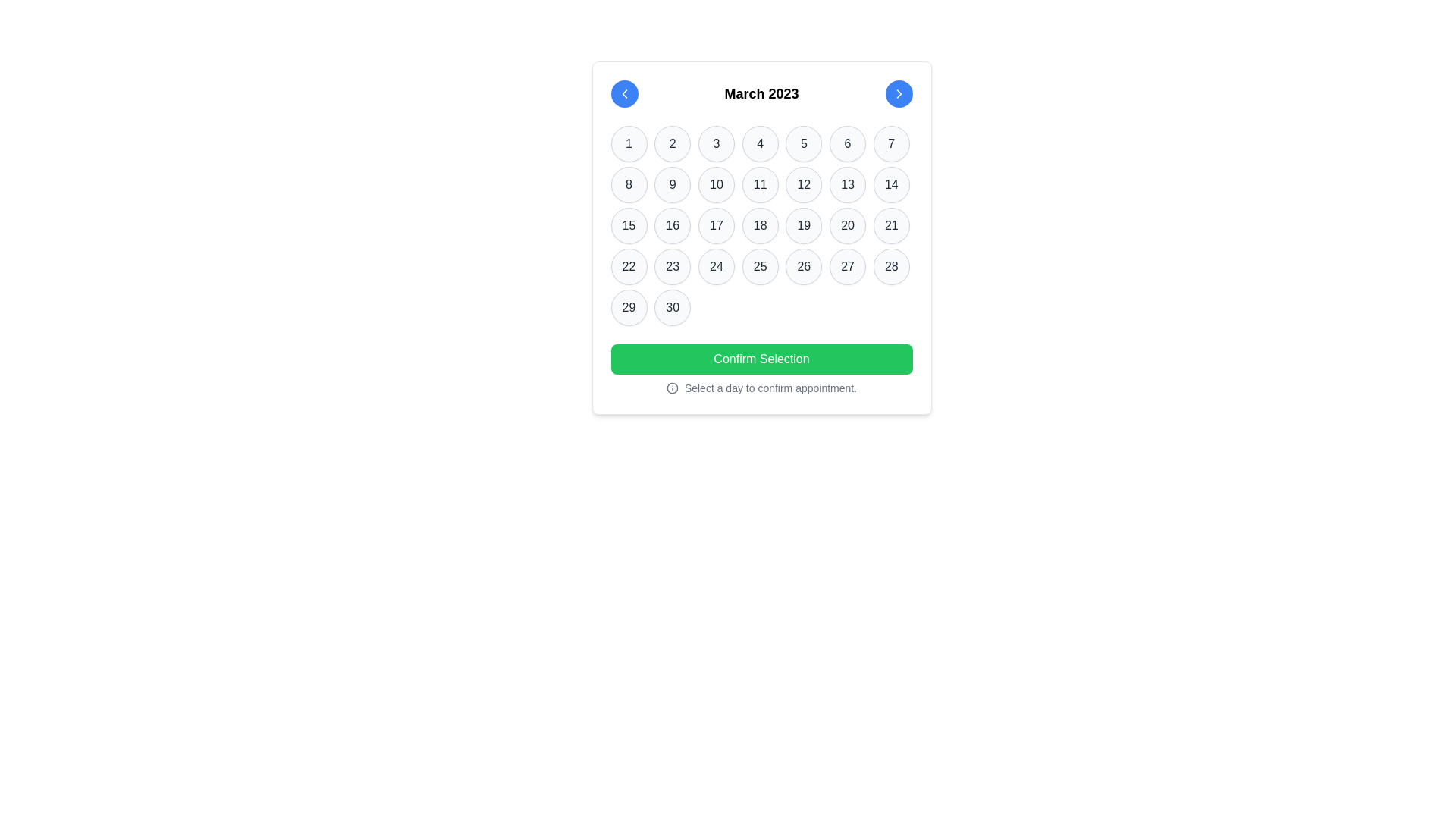 The width and height of the screenshot is (1456, 819). Describe the element at coordinates (899, 93) in the screenshot. I see `the rightward-facing chevron icon inside the blue circular button located in the top-right corner of the calendar interface` at that location.